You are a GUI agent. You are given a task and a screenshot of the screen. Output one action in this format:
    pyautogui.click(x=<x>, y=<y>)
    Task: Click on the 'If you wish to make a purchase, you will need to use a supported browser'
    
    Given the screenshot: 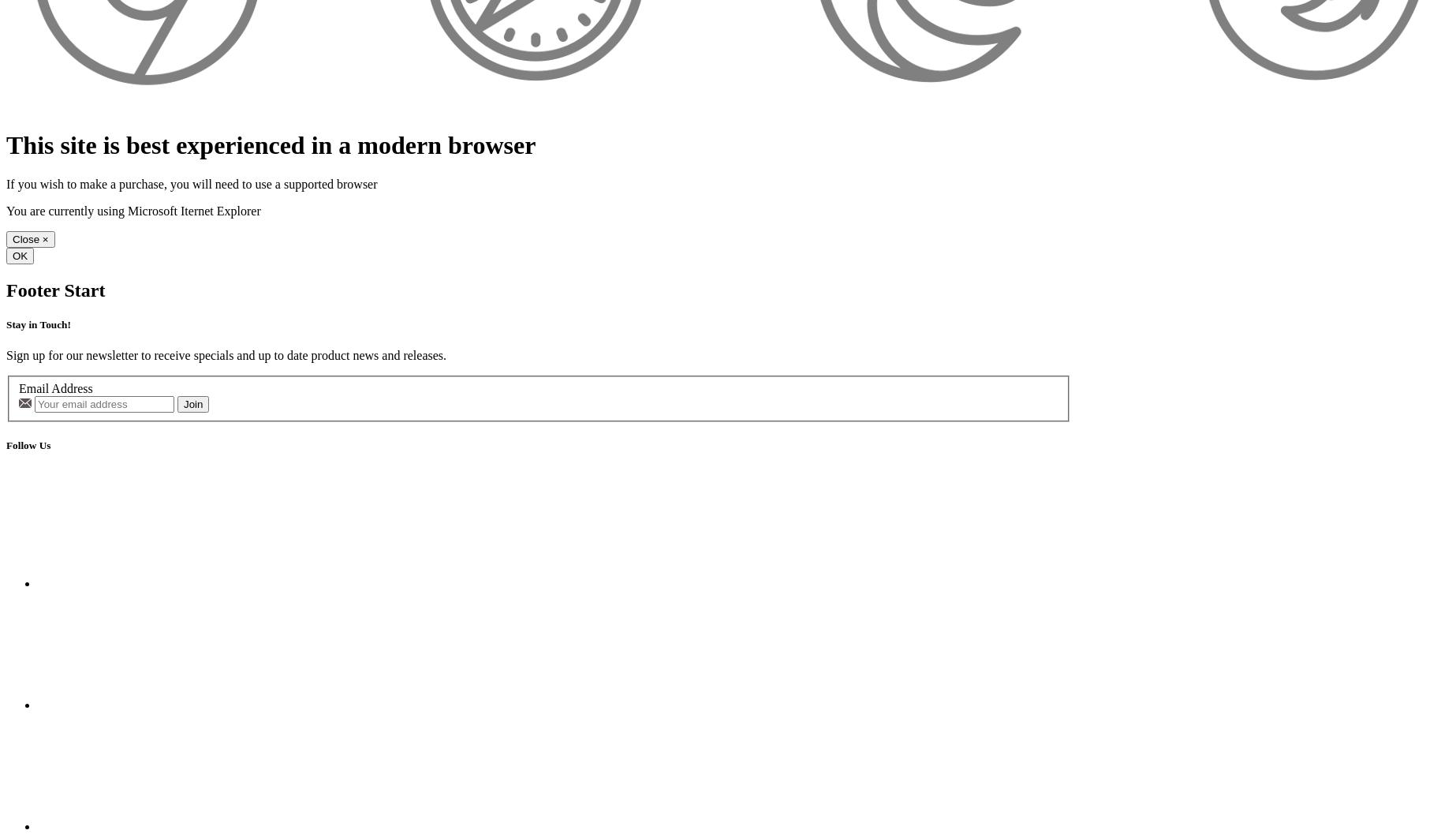 What is the action you would take?
    pyautogui.click(x=191, y=182)
    